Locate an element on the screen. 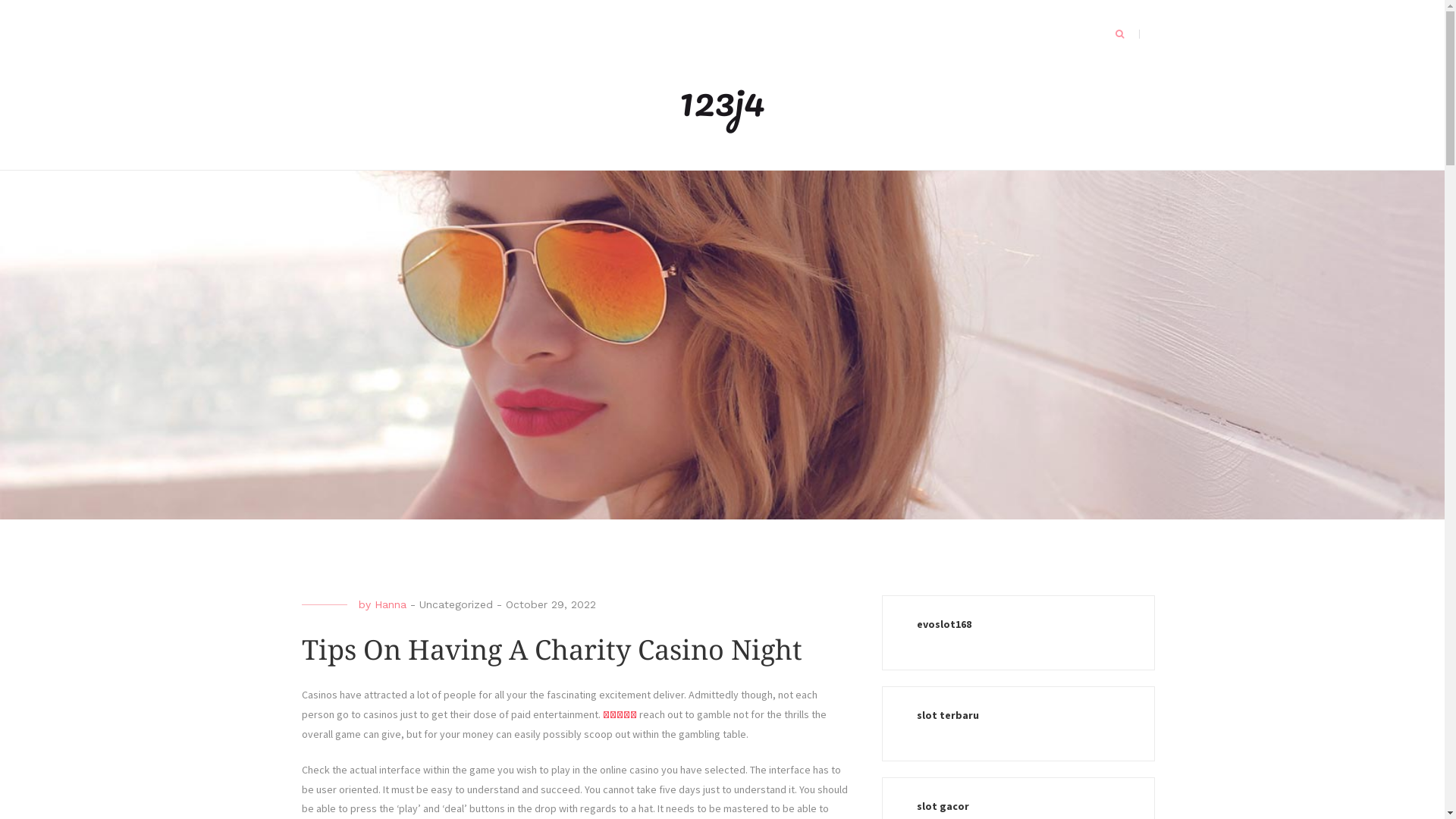 The image size is (1456, 819). 'Uncategorized' is located at coordinates (454, 604).